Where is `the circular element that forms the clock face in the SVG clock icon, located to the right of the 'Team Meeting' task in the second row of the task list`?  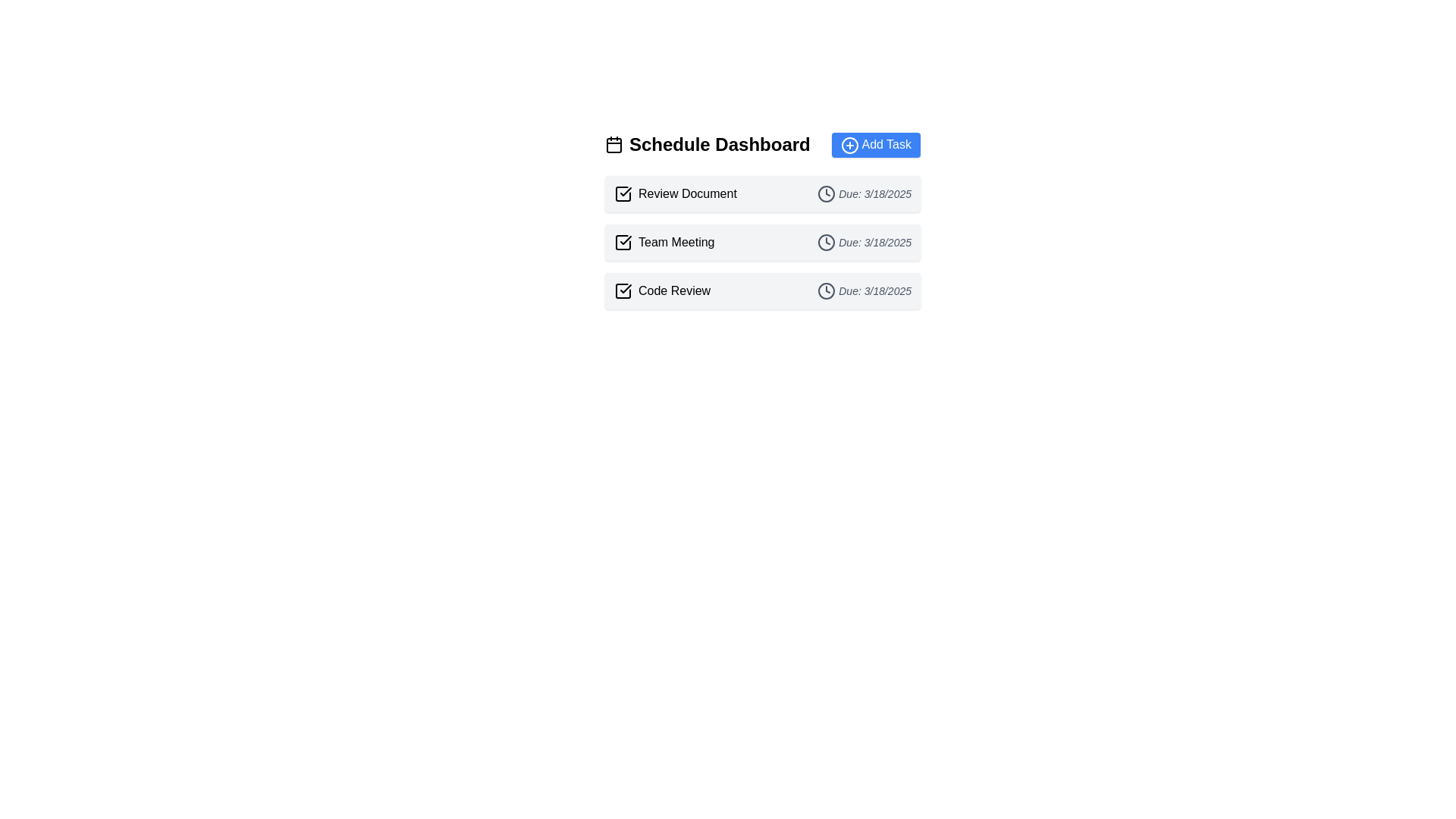 the circular element that forms the clock face in the SVG clock icon, located to the right of the 'Team Meeting' task in the second row of the task list is located at coordinates (826, 241).